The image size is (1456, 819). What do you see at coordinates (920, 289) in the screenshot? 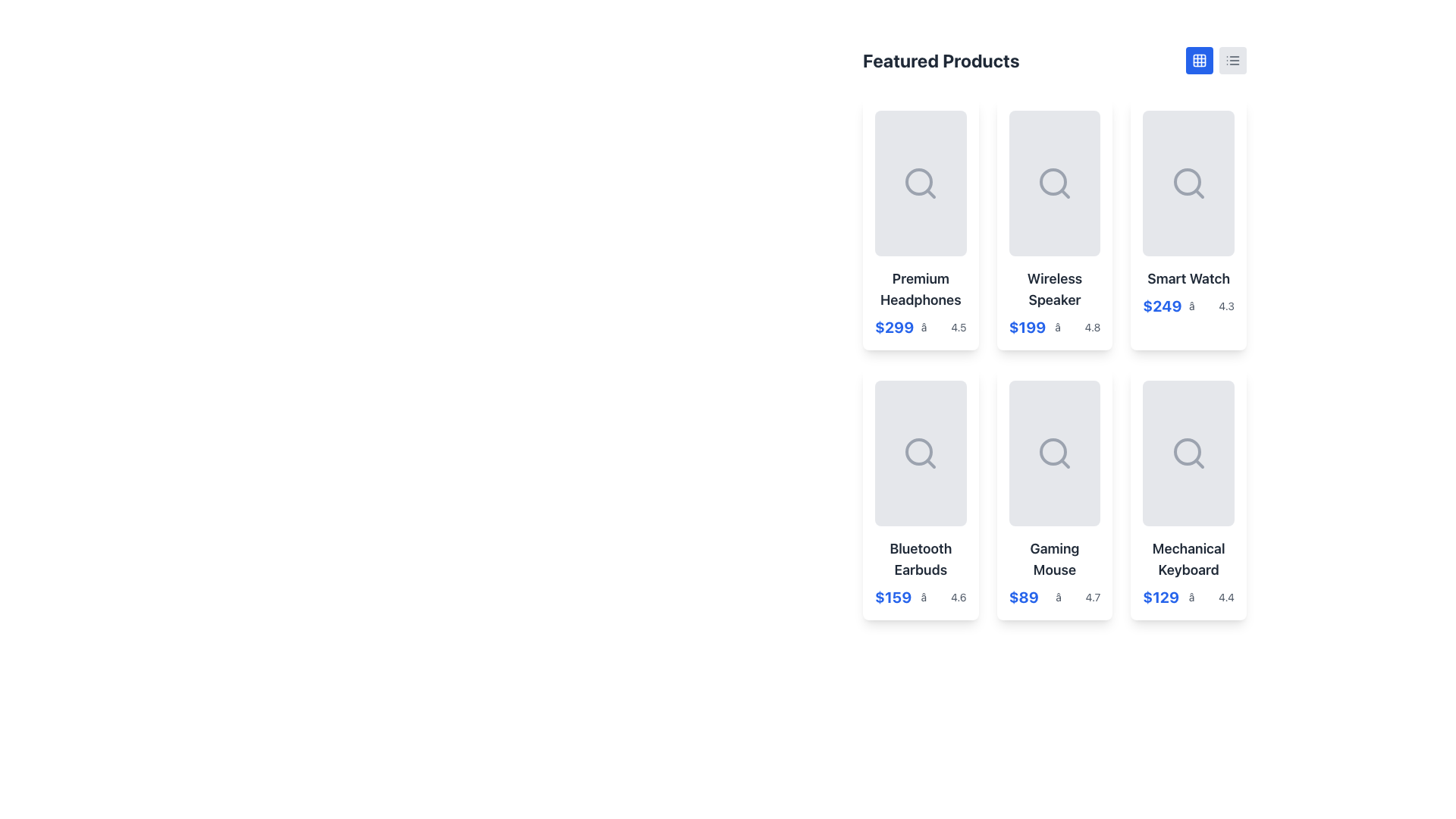
I see `text label 'Premium Headphones' located in the top-left product card of the 'Featured Products' section, styled in bold dark gray on a light background` at bounding box center [920, 289].